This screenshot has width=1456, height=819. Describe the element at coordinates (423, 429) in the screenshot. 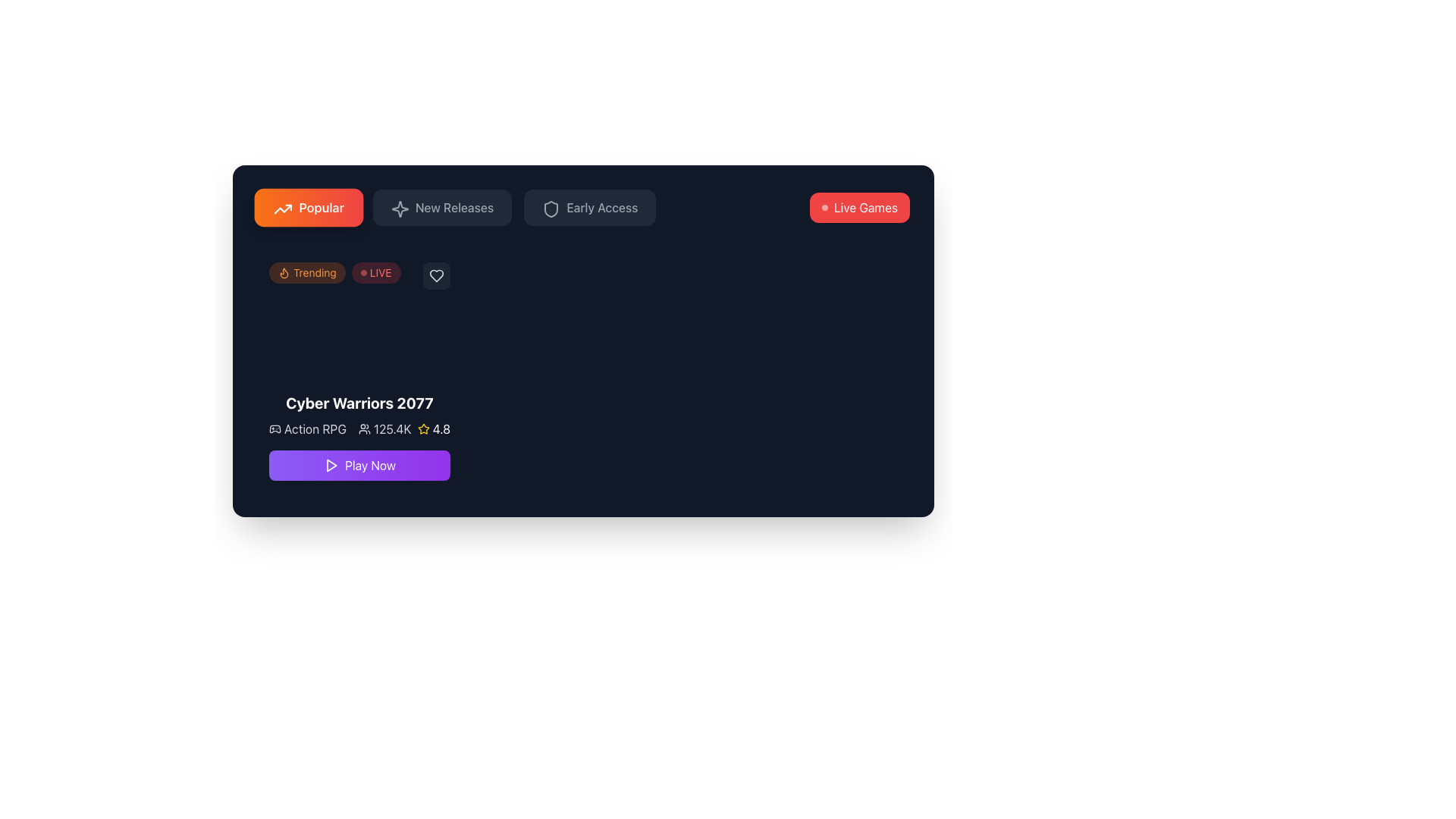

I see `the star rating icon located to the left of the numeric indication '4.8'` at that location.